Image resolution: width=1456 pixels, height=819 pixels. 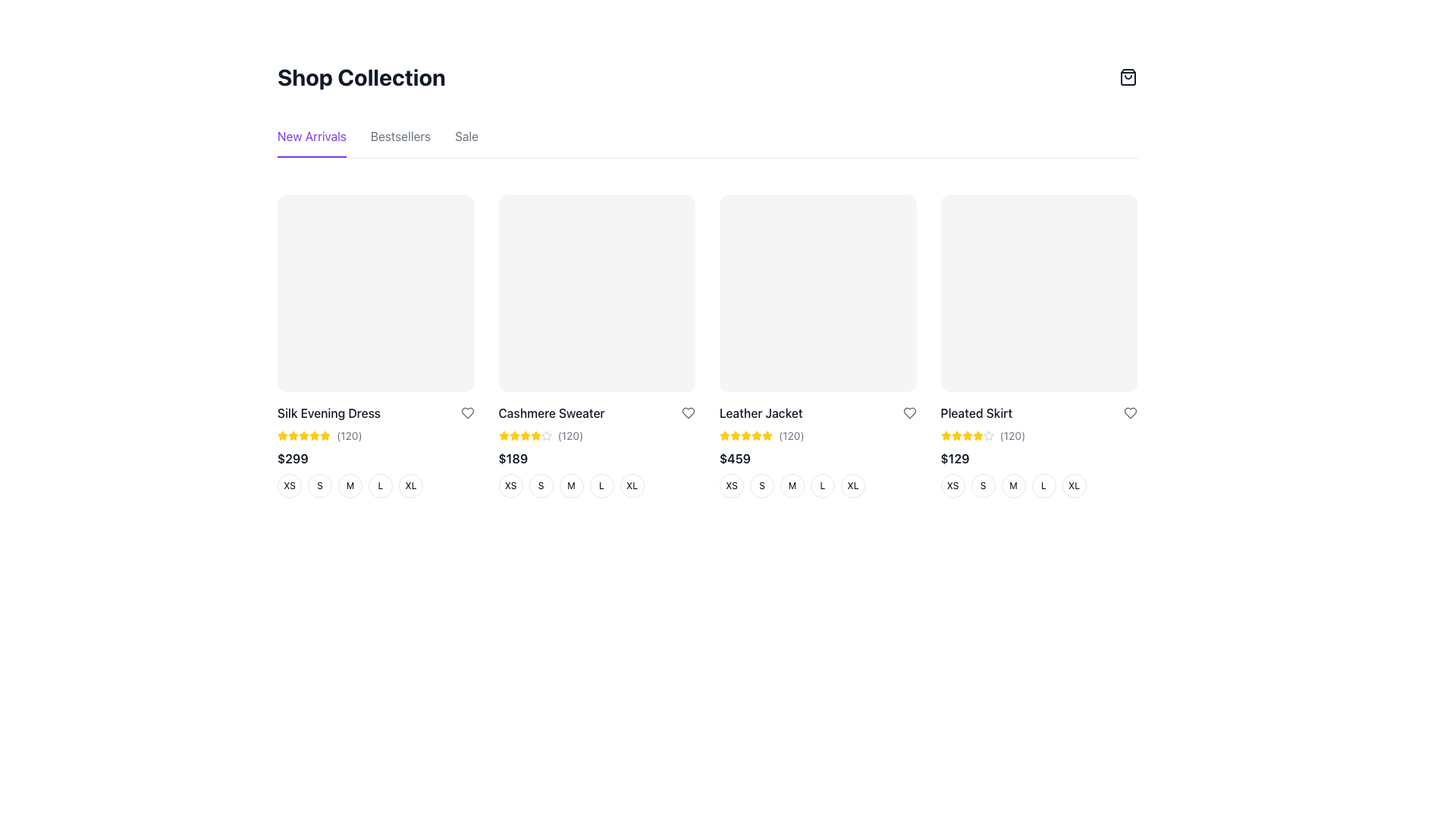 What do you see at coordinates (966, 435) in the screenshot?
I see `the fourth yellow star icon in the rating system located below the 'Pleated Skirt' product card to interact with the rating` at bounding box center [966, 435].